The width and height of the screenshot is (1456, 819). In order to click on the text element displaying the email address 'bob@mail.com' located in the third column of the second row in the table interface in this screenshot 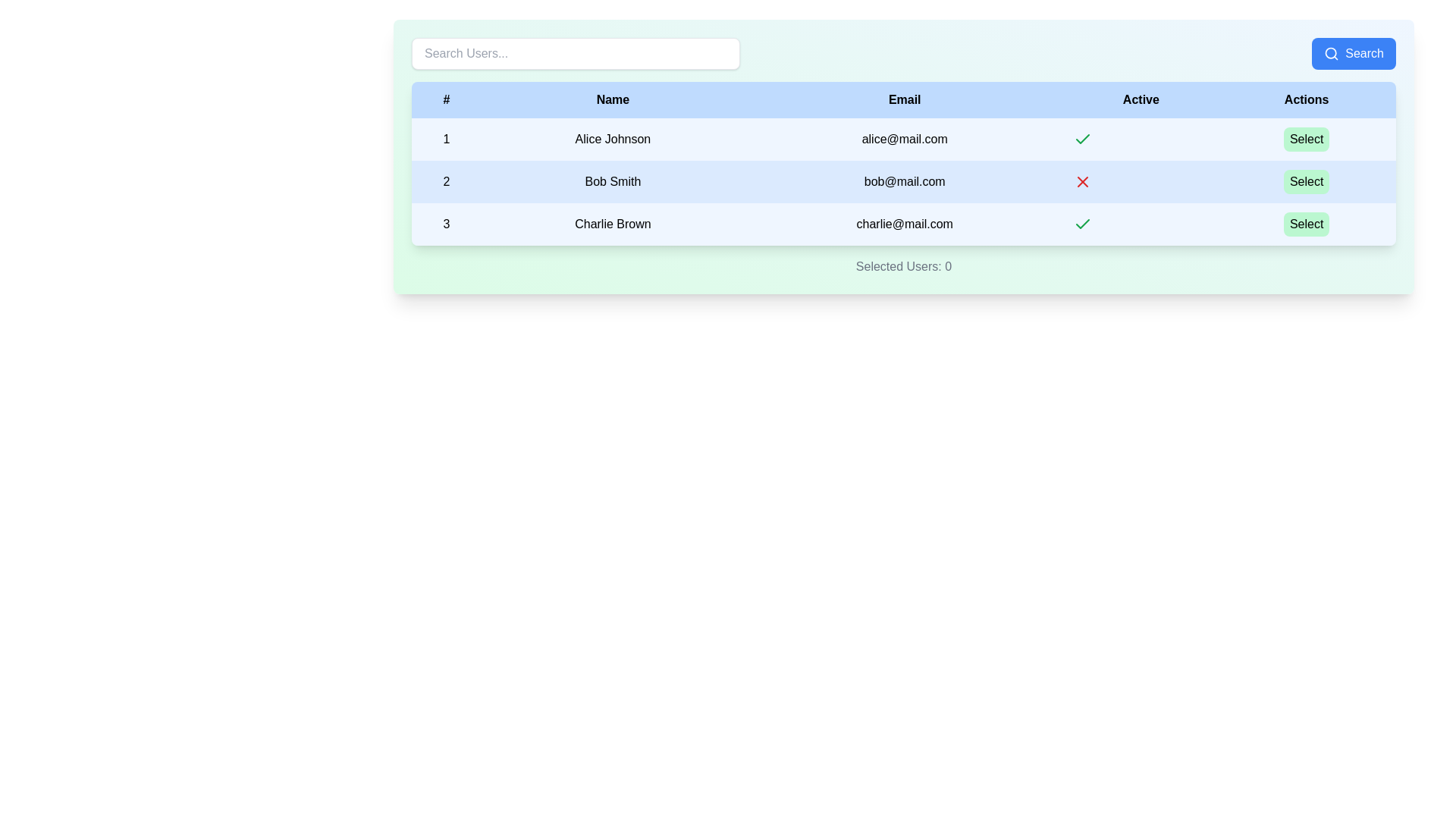, I will do `click(905, 180)`.